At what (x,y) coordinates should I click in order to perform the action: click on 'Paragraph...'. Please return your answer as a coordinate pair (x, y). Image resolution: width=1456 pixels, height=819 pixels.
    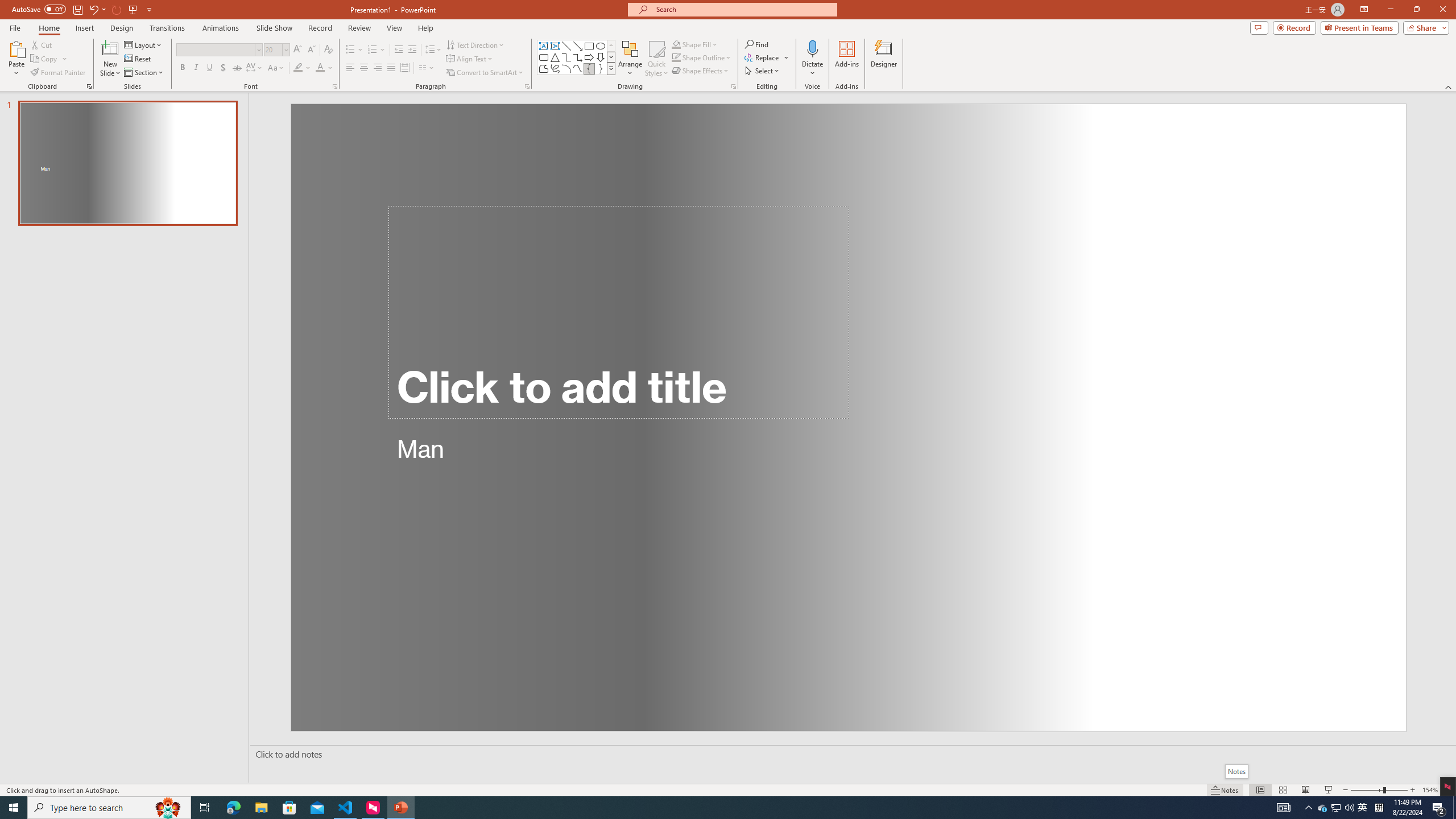
    Looking at the image, I should click on (526, 85).